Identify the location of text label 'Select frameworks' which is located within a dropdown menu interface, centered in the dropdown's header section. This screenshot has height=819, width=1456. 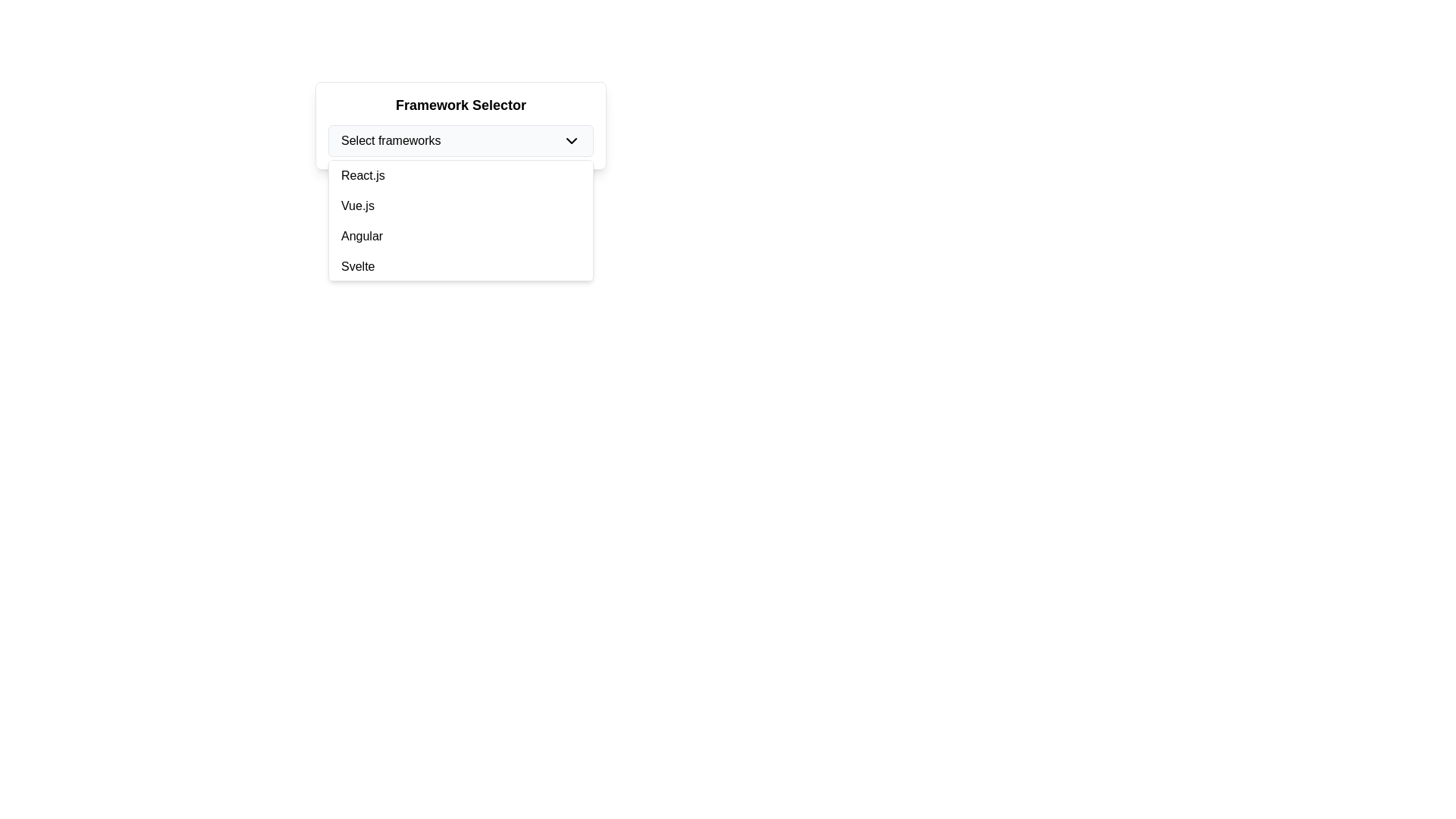
(391, 140).